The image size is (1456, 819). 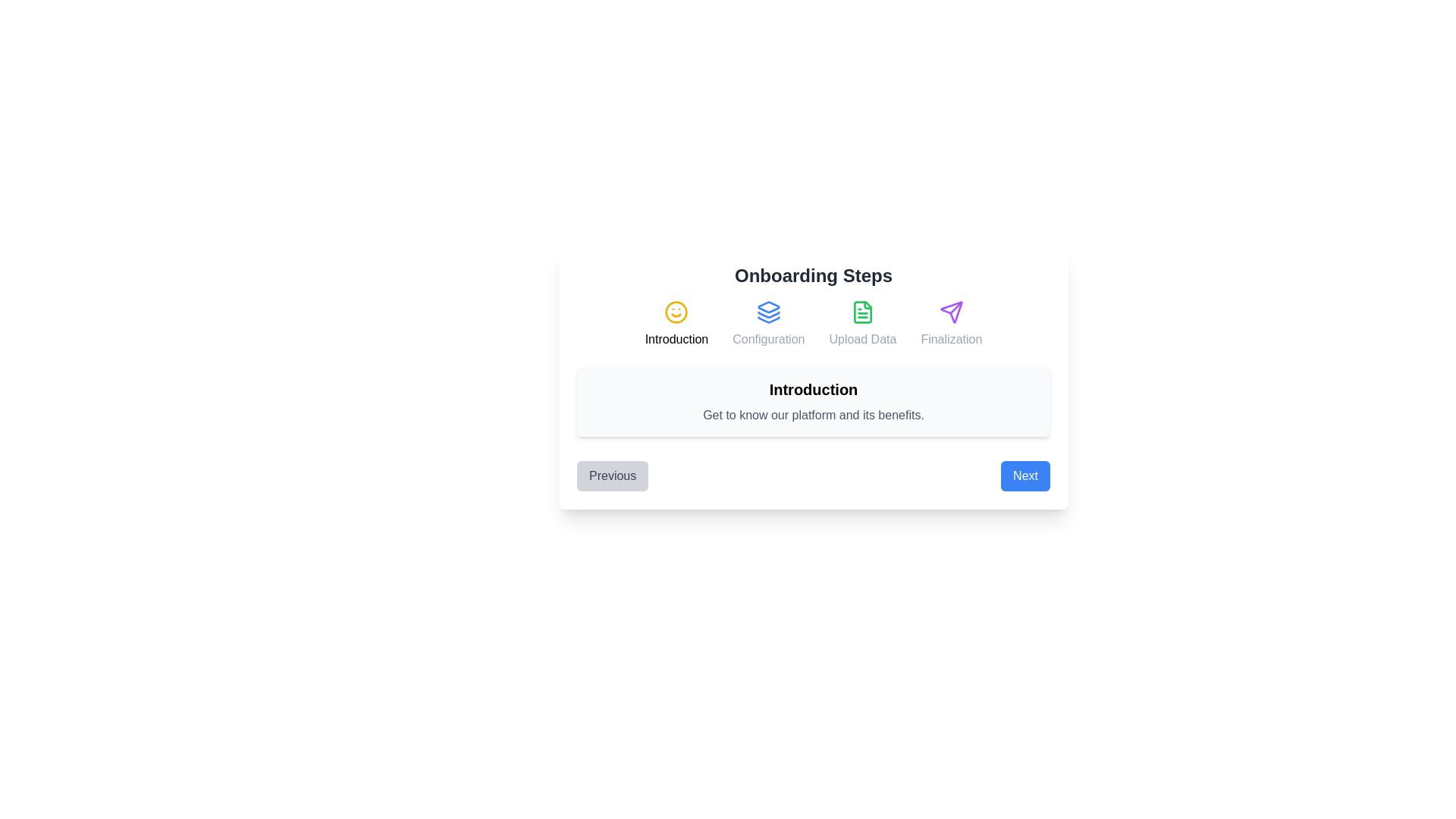 I want to click on the 'Previous' button with a gray background and rounded corners, so click(x=613, y=475).